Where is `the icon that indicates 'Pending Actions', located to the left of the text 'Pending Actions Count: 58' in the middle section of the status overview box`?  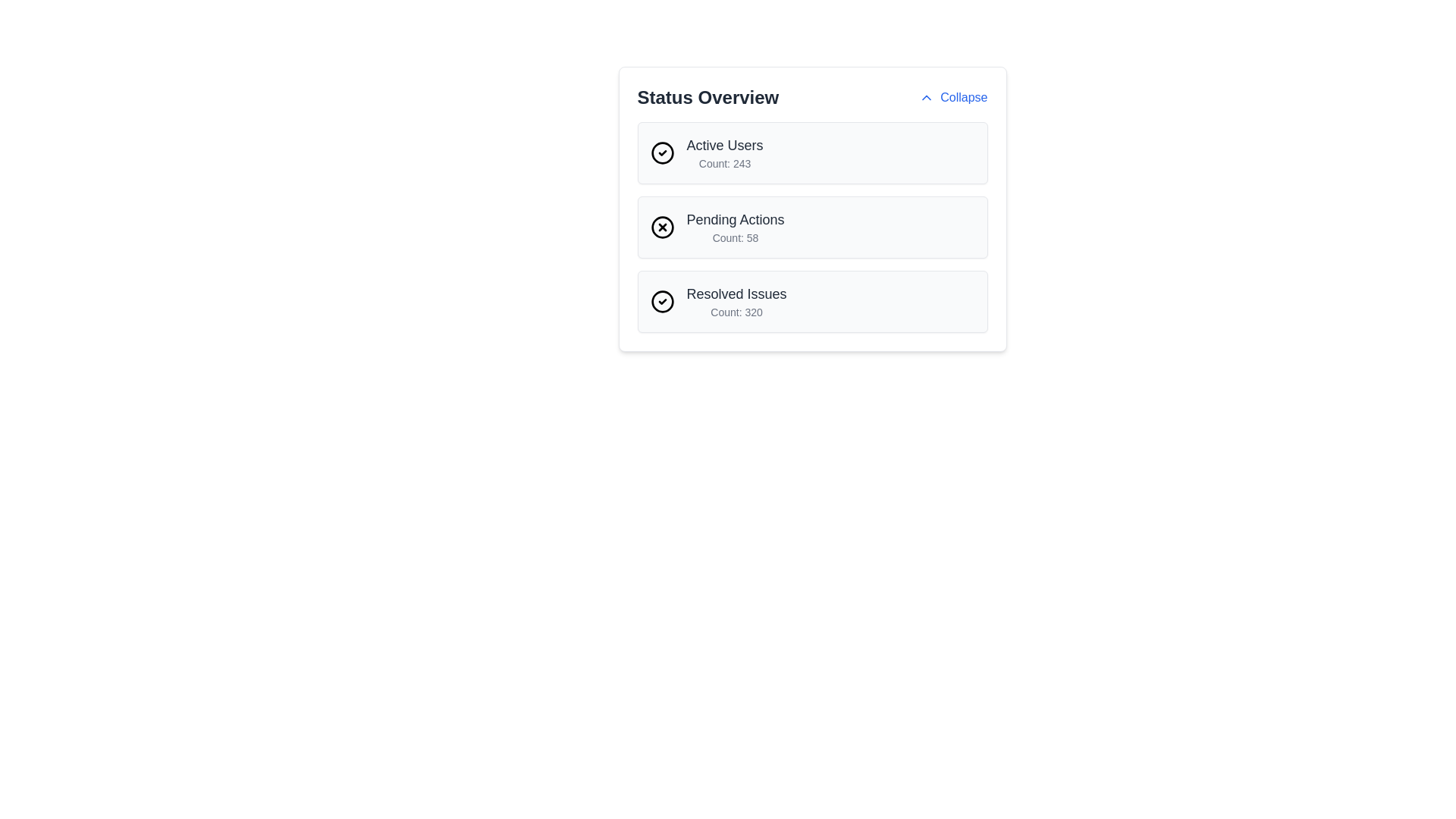 the icon that indicates 'Pending Actions', located to the left of the text 'Pending Actions Count: 58' in the middle section of the status overview box is located at coordinates (662, 227).